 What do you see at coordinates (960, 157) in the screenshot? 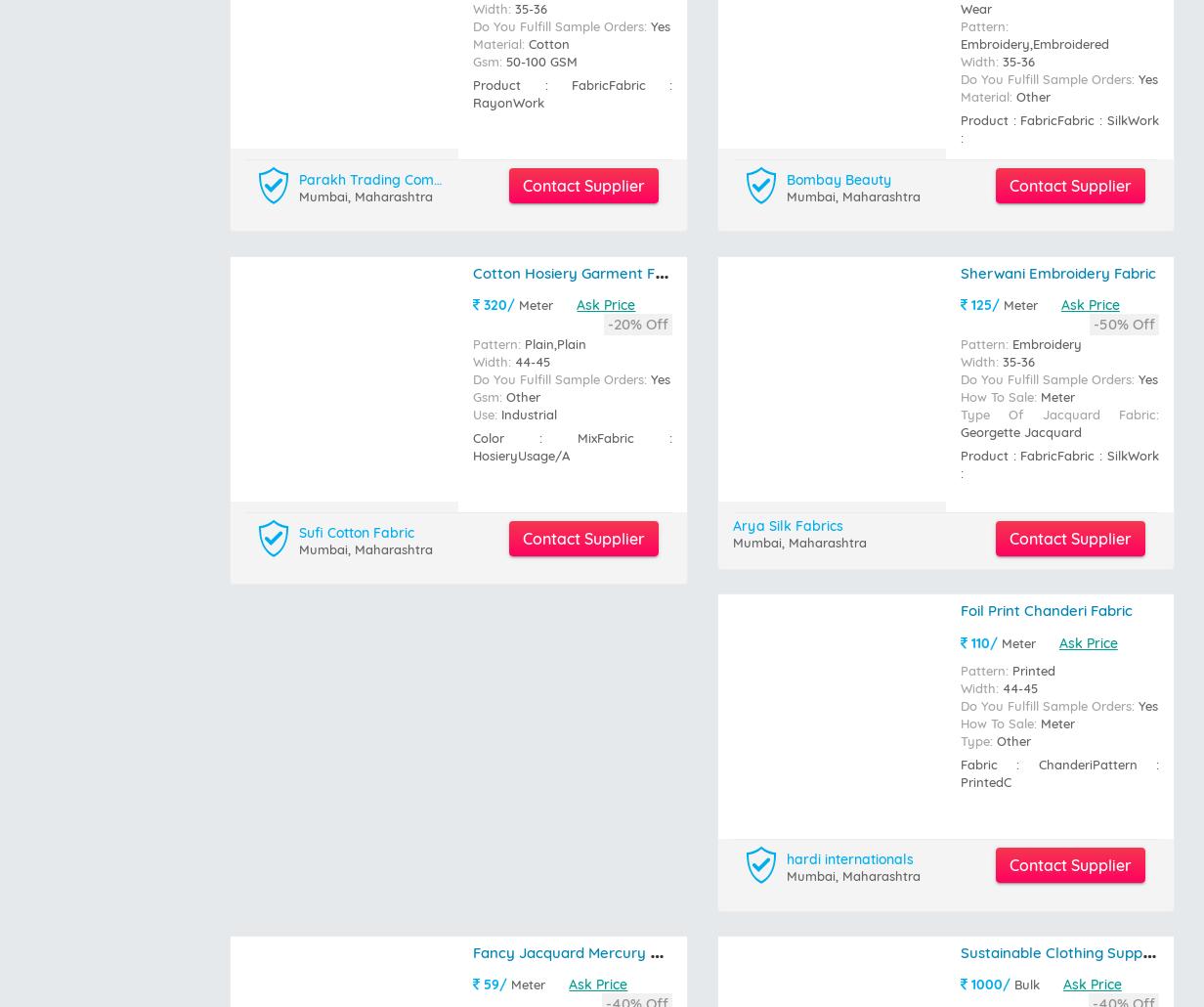
I see `'Ultra Satin Fabric'` at bounding box center [960, 157].